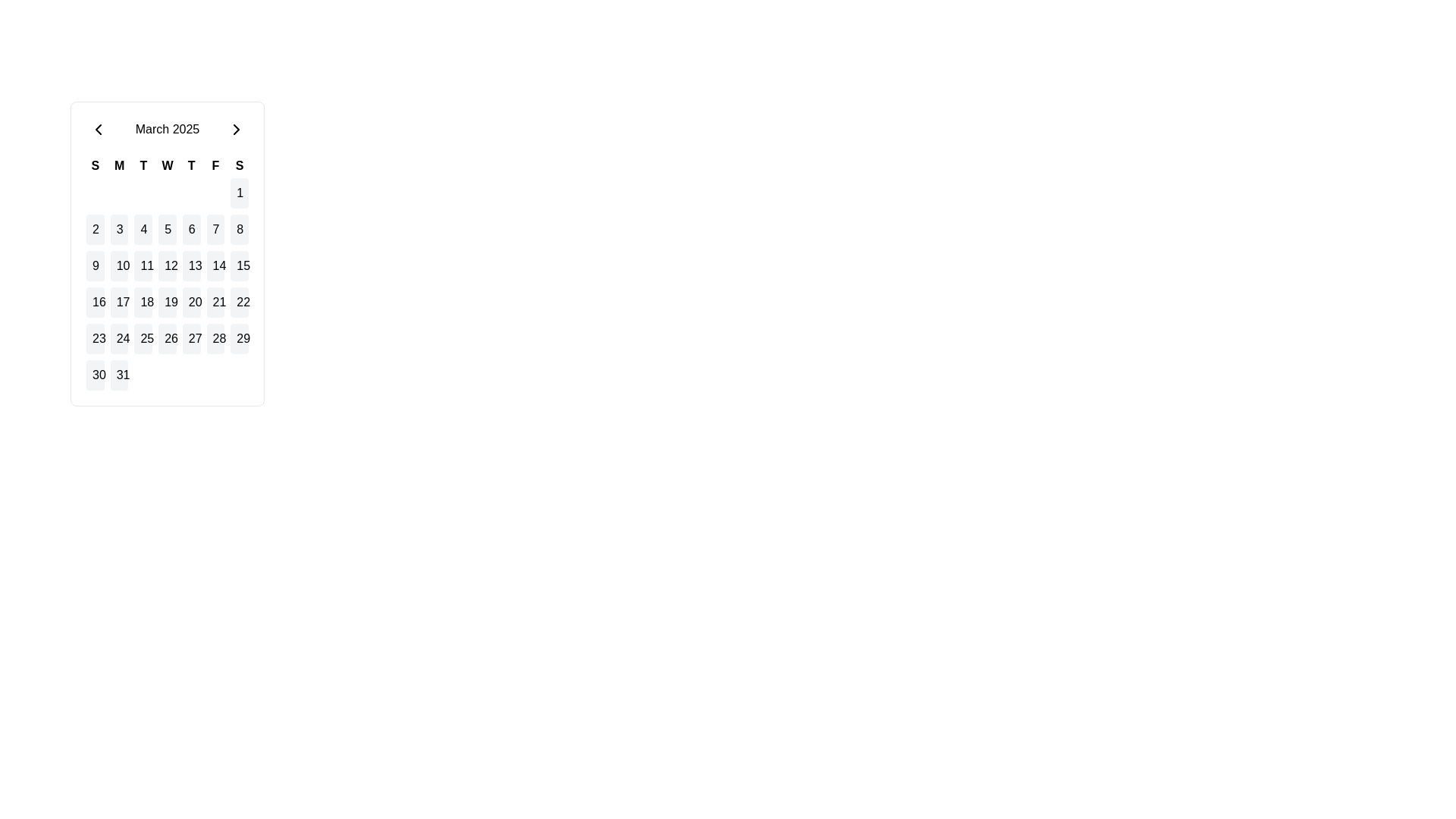 Image resolution: width=1456 pixels, height=819 pixels. I want to click on the square button with a rounded design and the number '21' centered inside it, located in the fourth row and sixth column of the calendar grid, so click(215, 302).